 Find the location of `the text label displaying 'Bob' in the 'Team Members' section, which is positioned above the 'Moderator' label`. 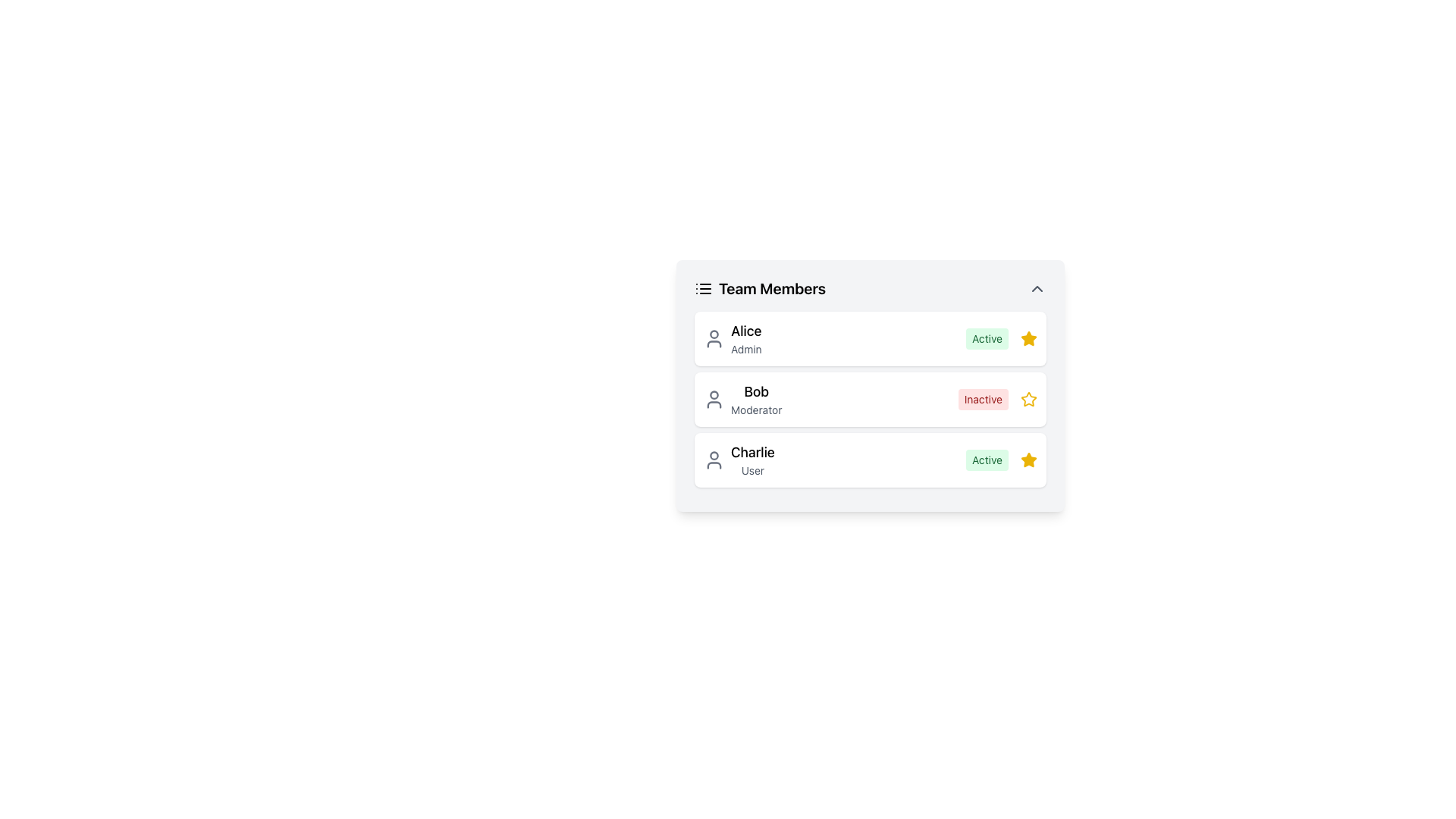

the text label displaying 'Bob' in the 'Team Members' section, which is positioned above the 'Moderator' label is located at coordinates (756, 391).